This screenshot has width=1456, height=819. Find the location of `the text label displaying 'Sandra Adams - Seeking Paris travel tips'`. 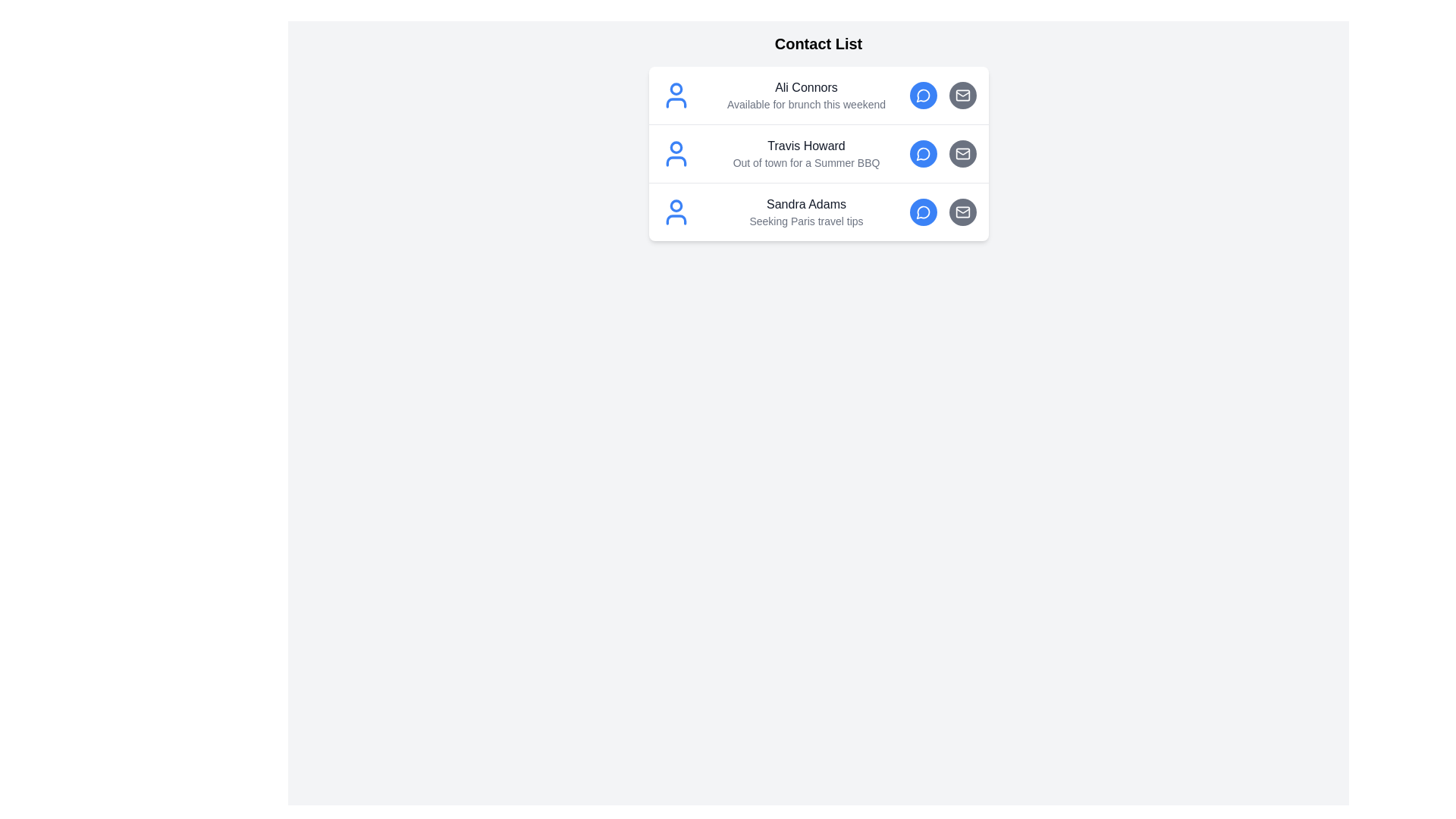

the text label displaying 'Sandra Adams - Seeking Paris travel tips' is located at coordinates (805, 205).